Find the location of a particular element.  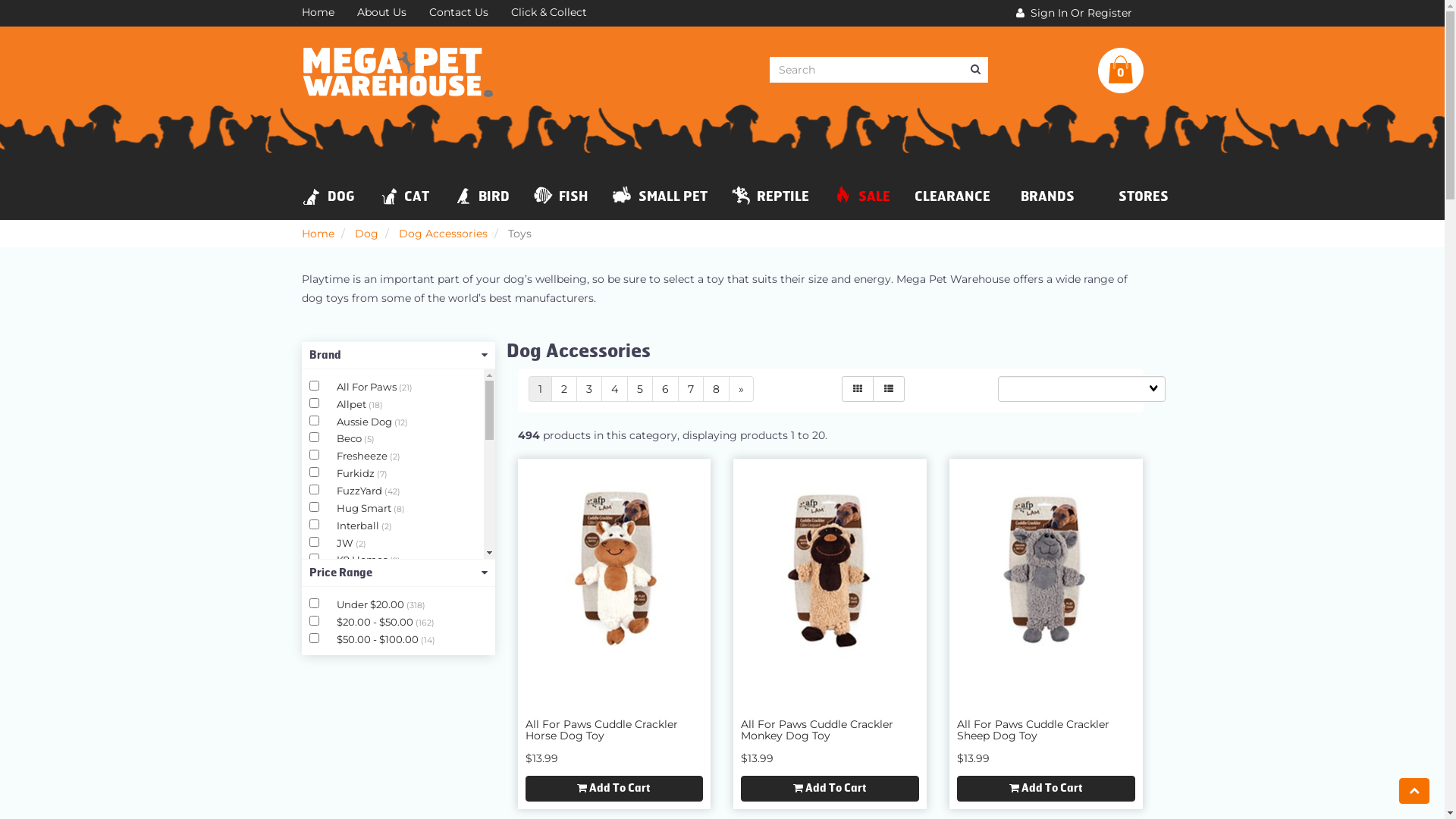

'About Us' is located at coordinates (381, 13).